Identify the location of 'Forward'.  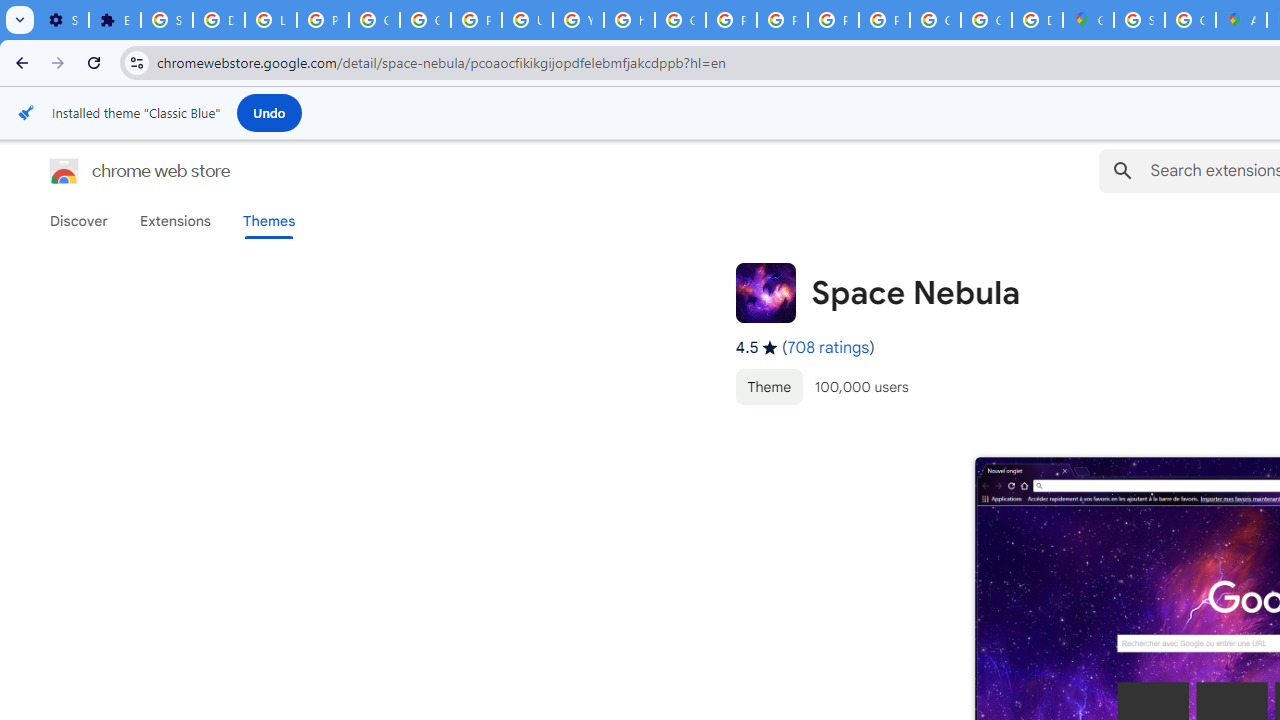
(58, 61).